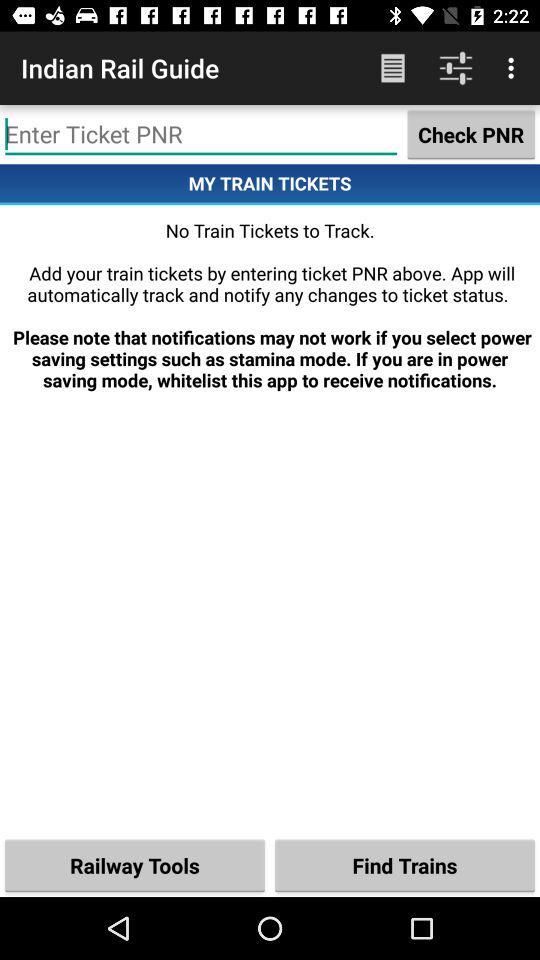 The height and width of the screenshot is (960, 540). Describe the element at coordinates (135, 864) in the screenshot. I see `the icon below no train tickets` at that location.